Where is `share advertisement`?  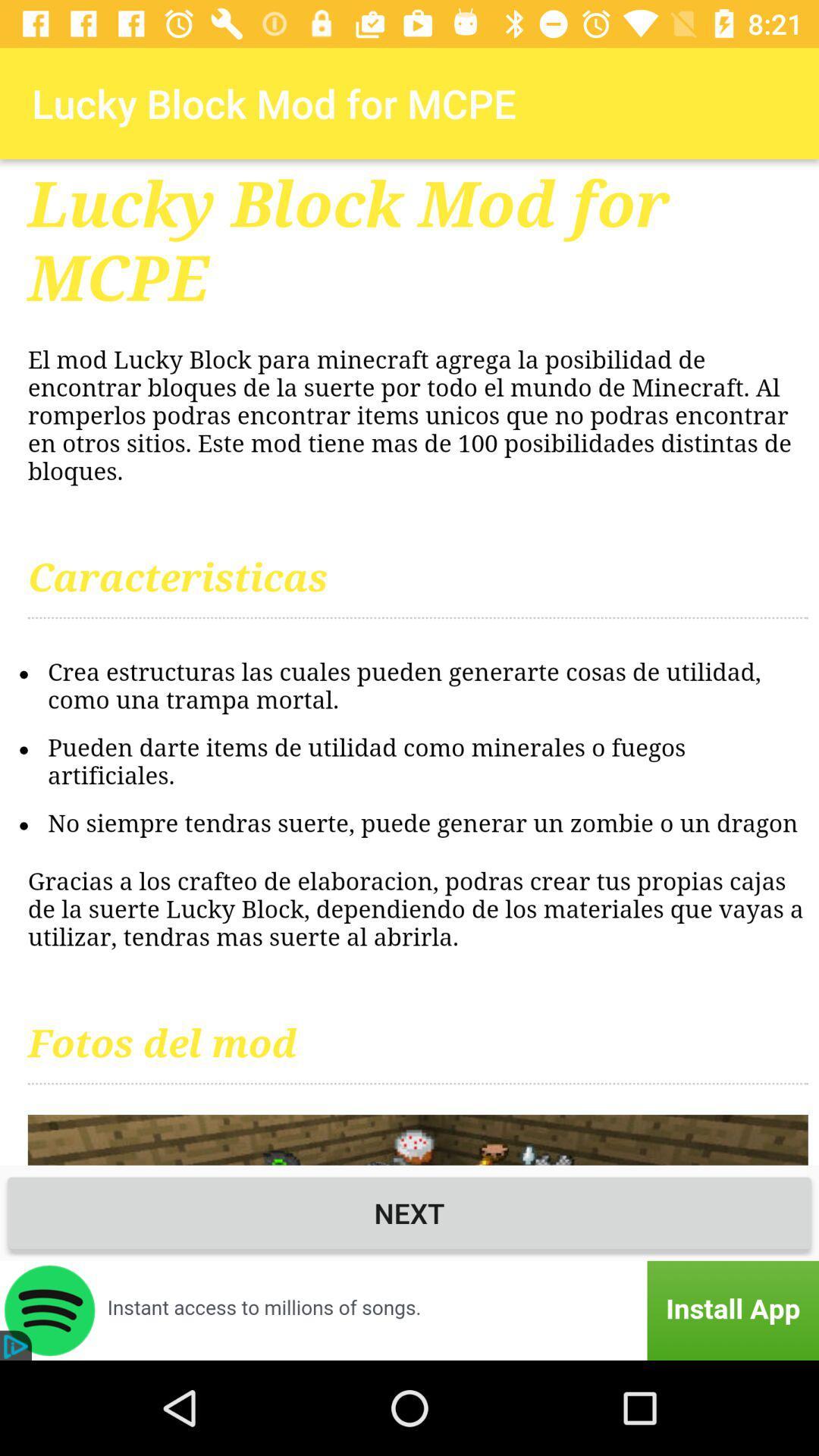
share advertisement is located at coordinates (409, 1310).